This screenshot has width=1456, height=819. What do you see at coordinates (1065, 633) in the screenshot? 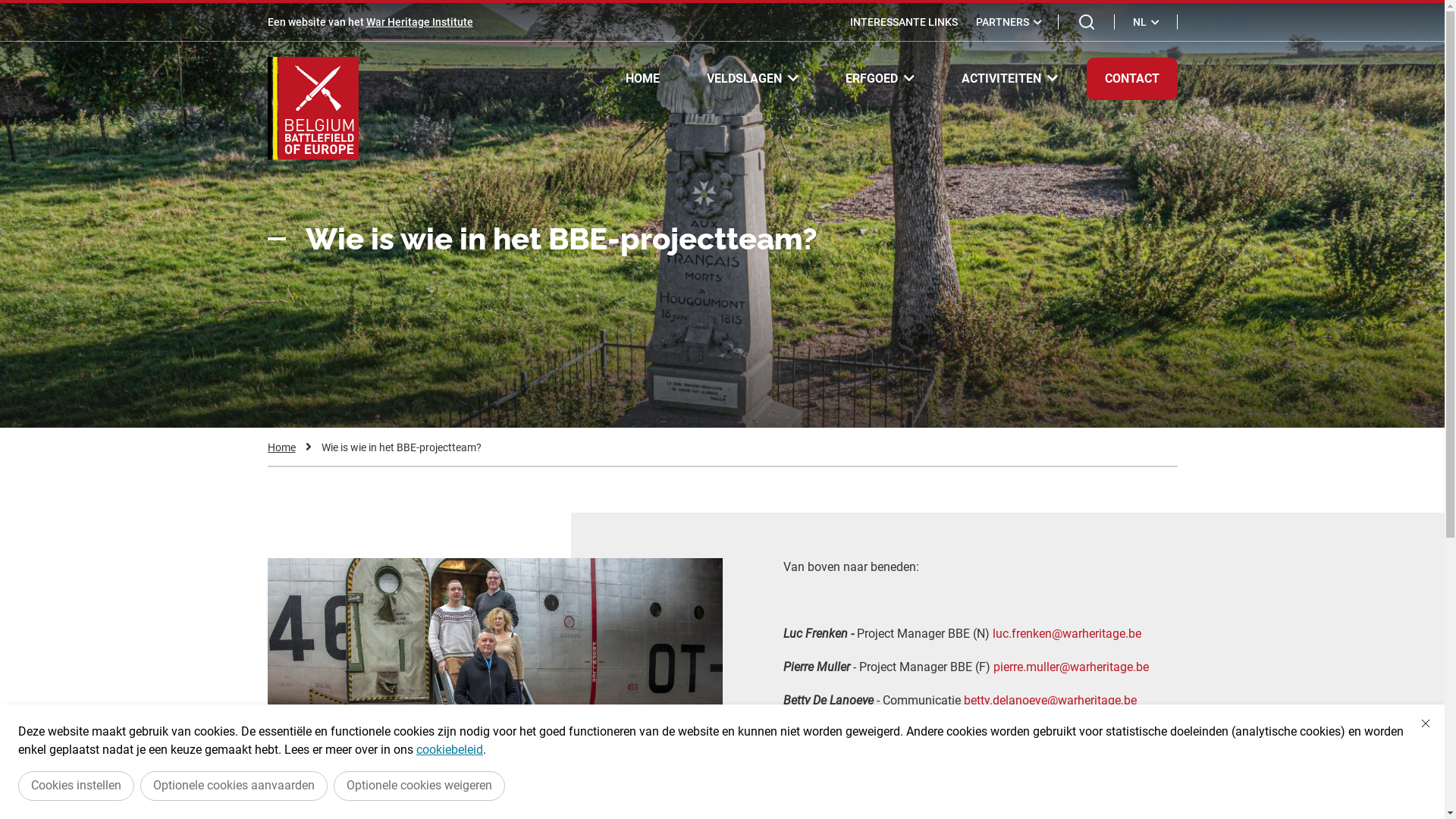
I see `'luc.frenken@warheritage.be'` at bounding box center [1065, 633].